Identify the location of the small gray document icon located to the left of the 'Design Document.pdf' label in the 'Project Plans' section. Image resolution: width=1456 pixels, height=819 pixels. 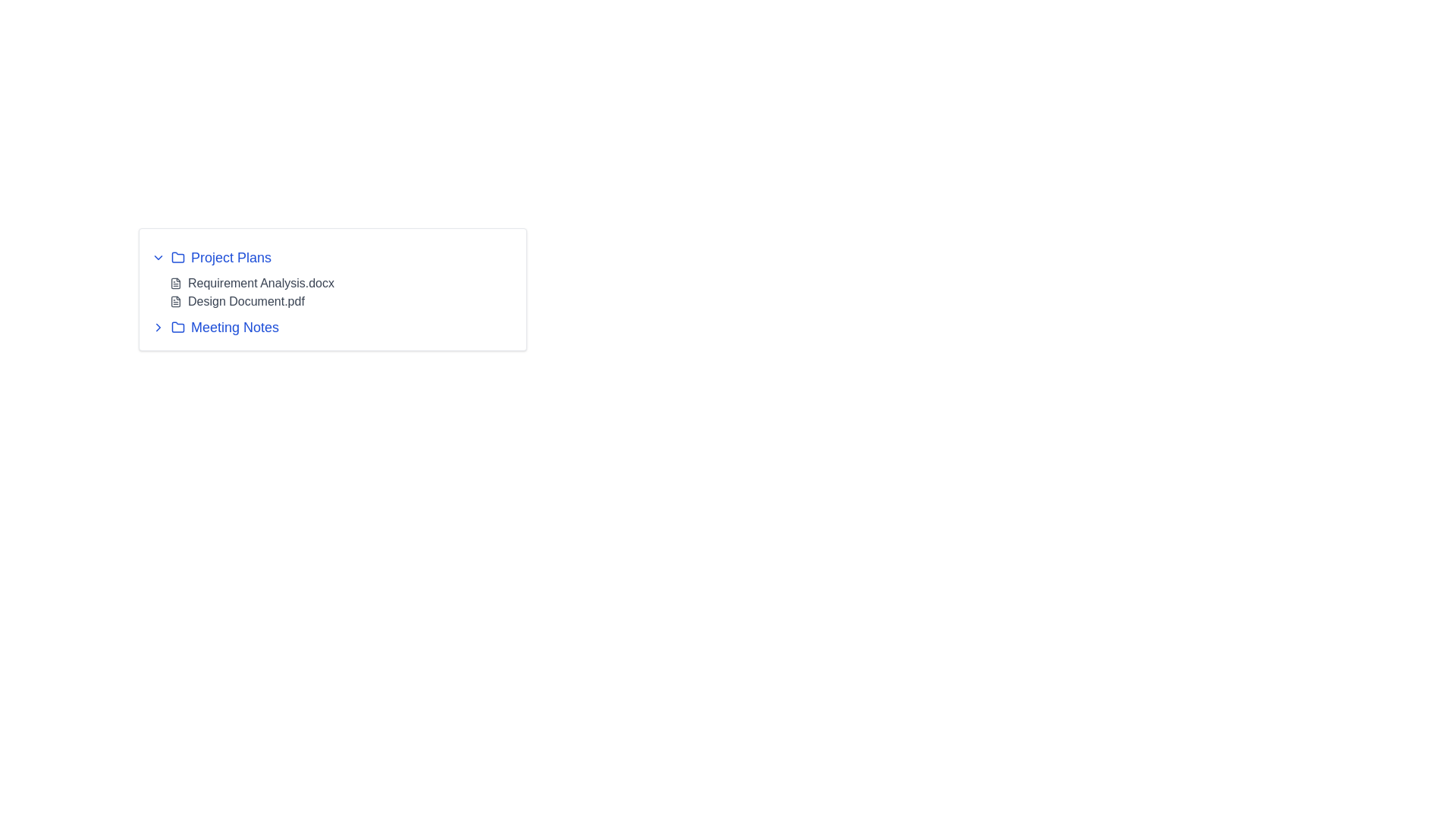
(175, 301).